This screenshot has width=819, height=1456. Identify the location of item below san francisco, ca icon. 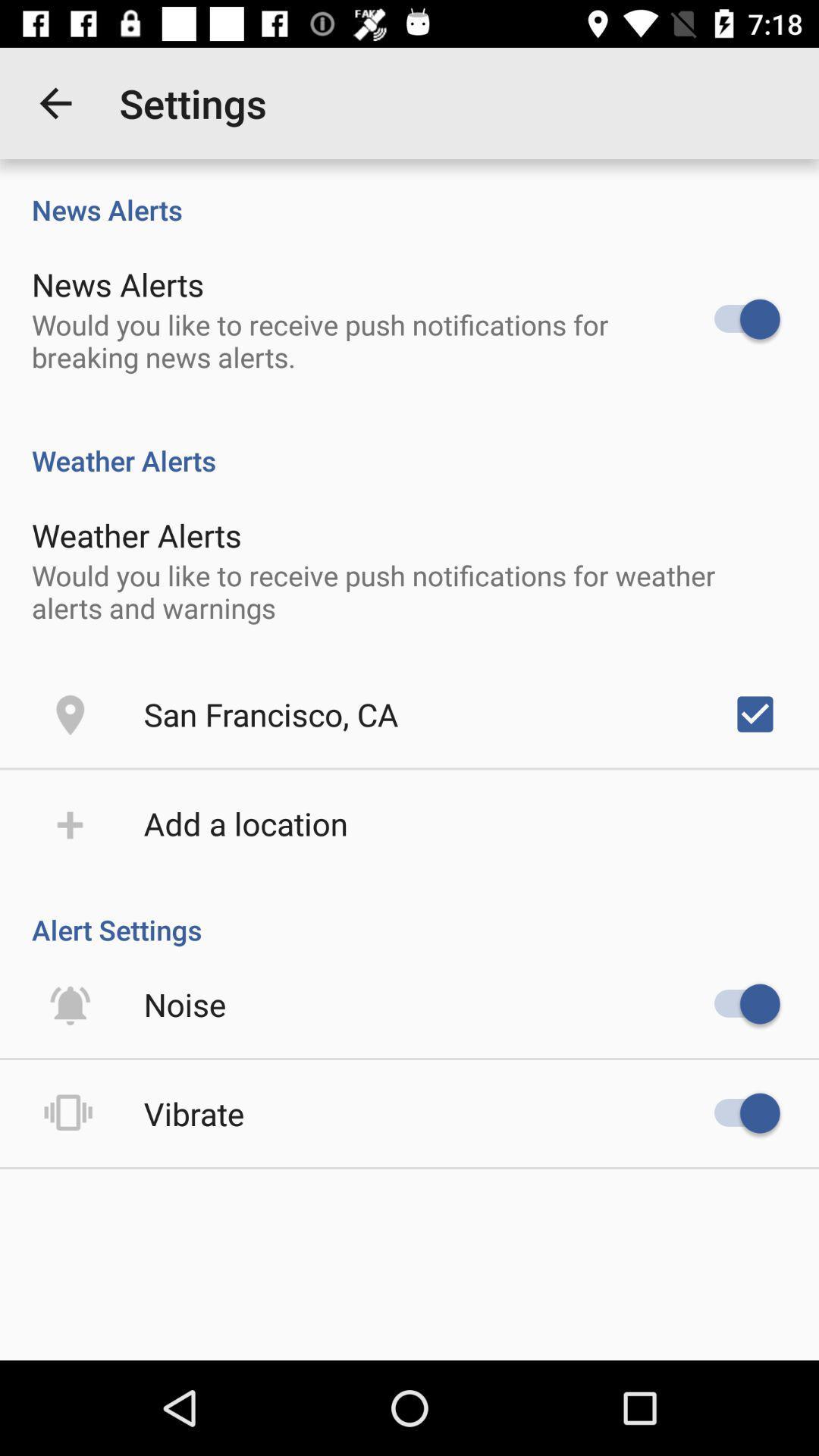
(245, 822).